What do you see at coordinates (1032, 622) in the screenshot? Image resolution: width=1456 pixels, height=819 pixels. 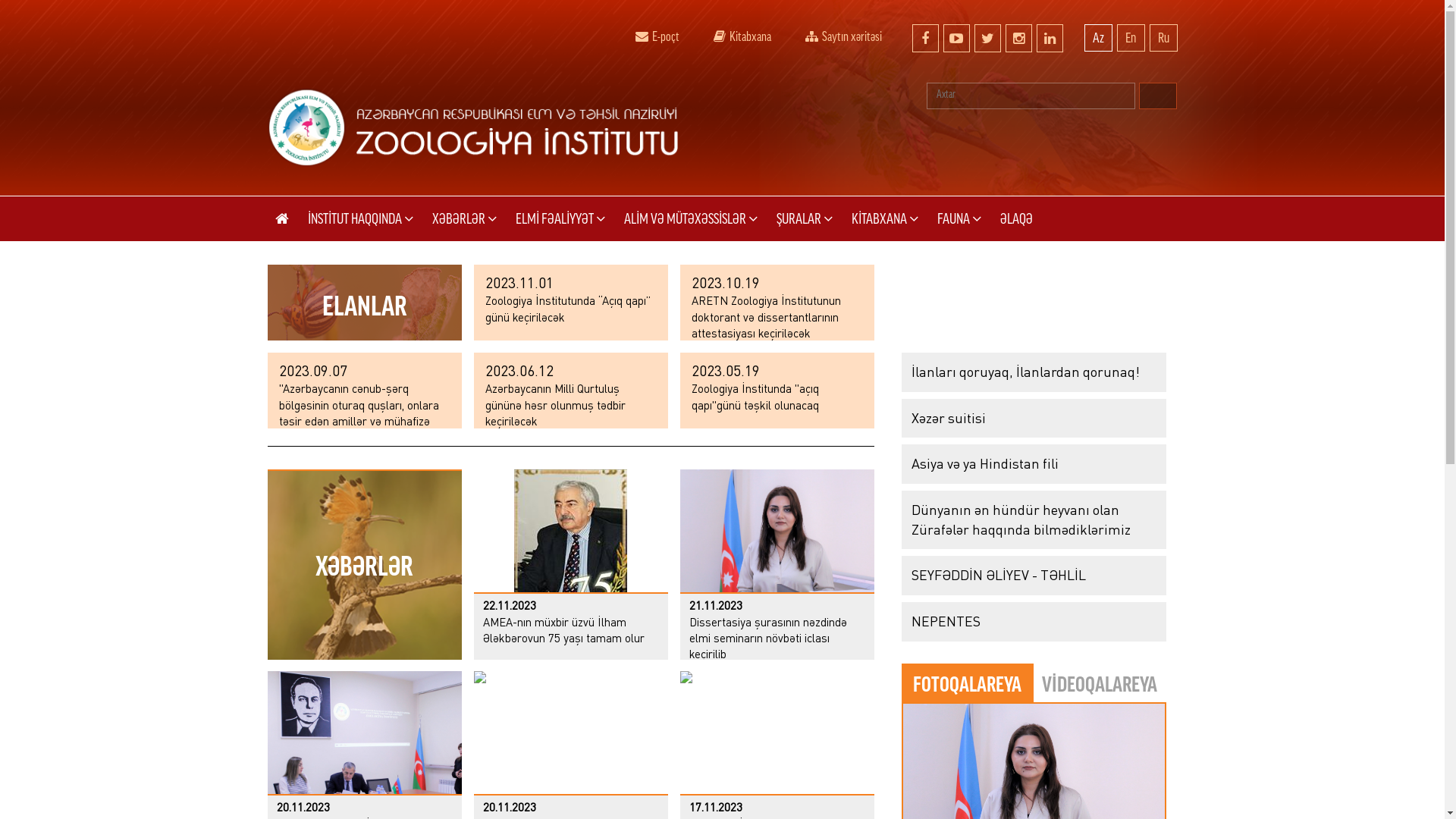 I see `'NEPENTES'` at bounding box center [1032, 622].